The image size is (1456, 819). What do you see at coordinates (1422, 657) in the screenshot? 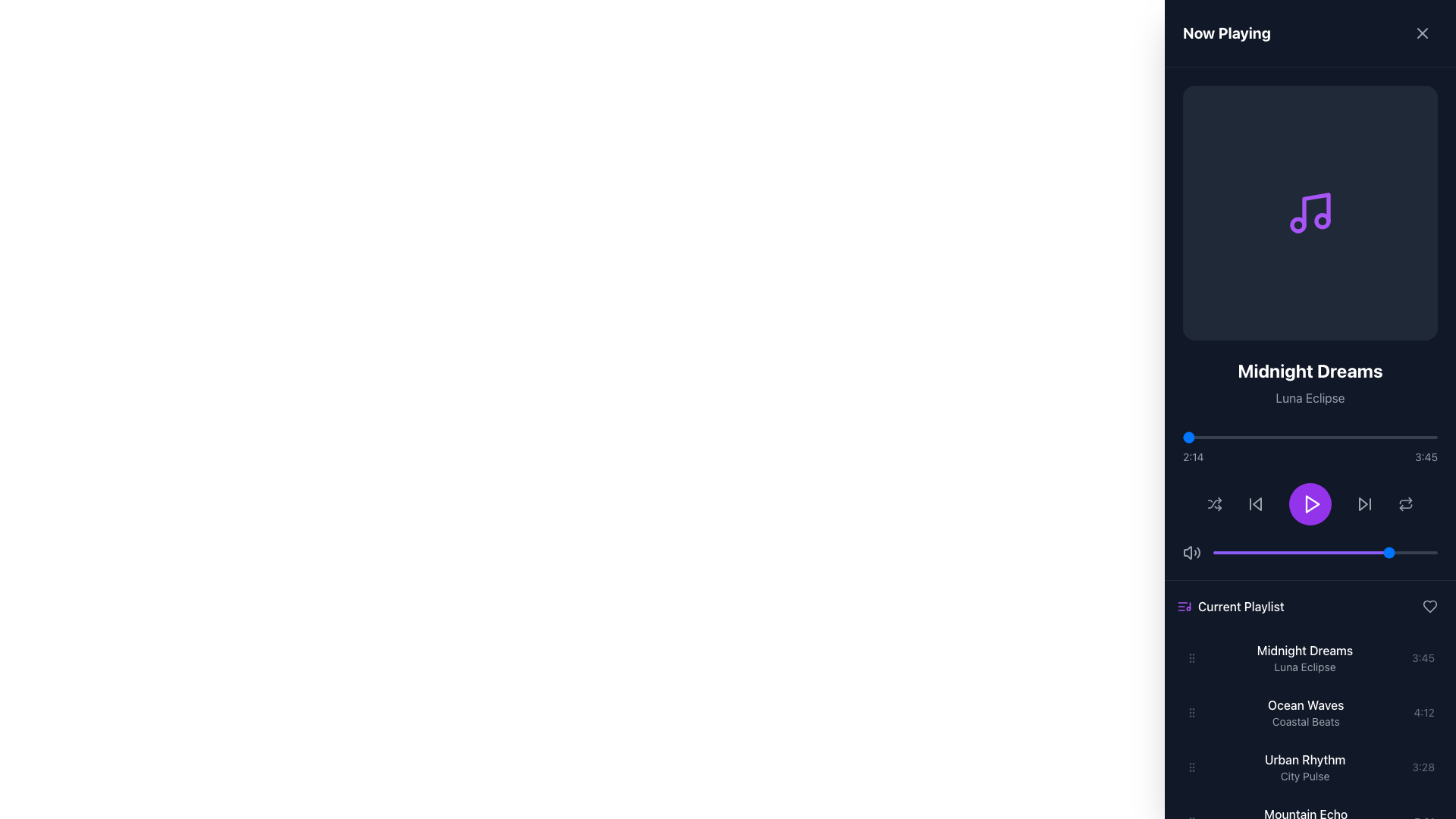
I see `the text label indicating the duration of the track 'Midnight Dreams' in the playlist section, which is aligned with other similar entries` at bounding box center [1422, 657].